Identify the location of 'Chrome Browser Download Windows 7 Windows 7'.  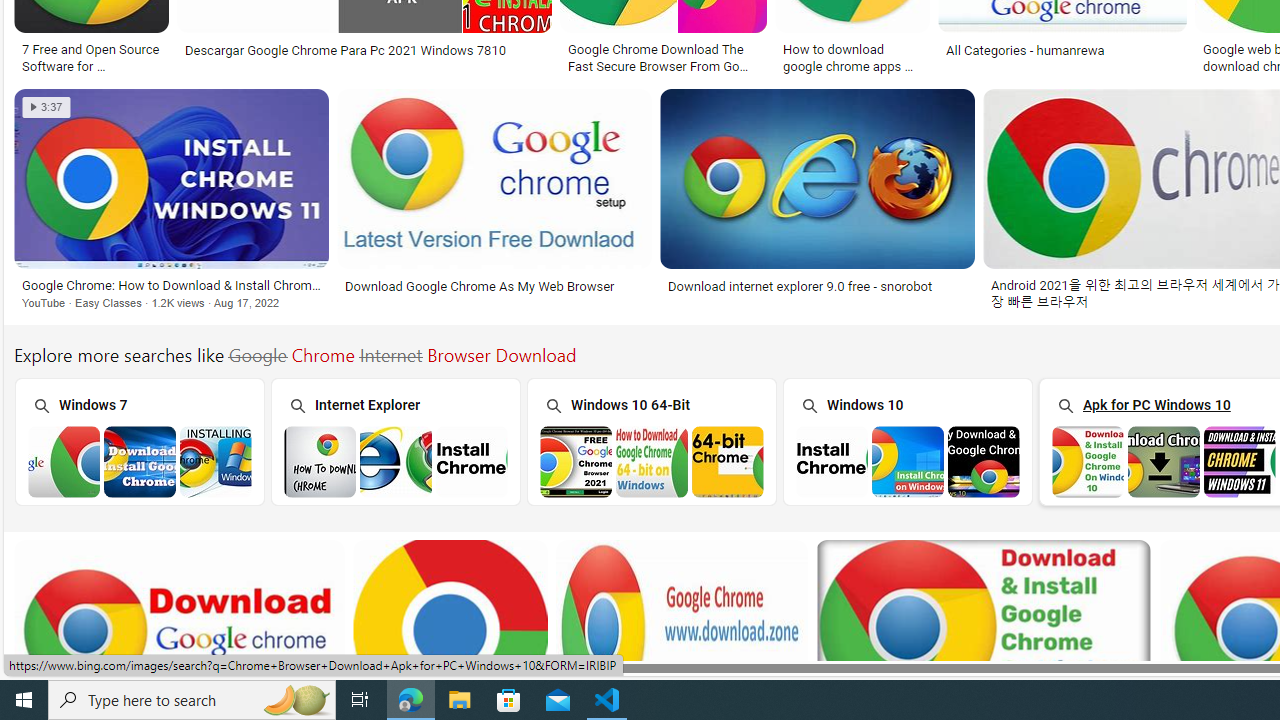
(138, 440).